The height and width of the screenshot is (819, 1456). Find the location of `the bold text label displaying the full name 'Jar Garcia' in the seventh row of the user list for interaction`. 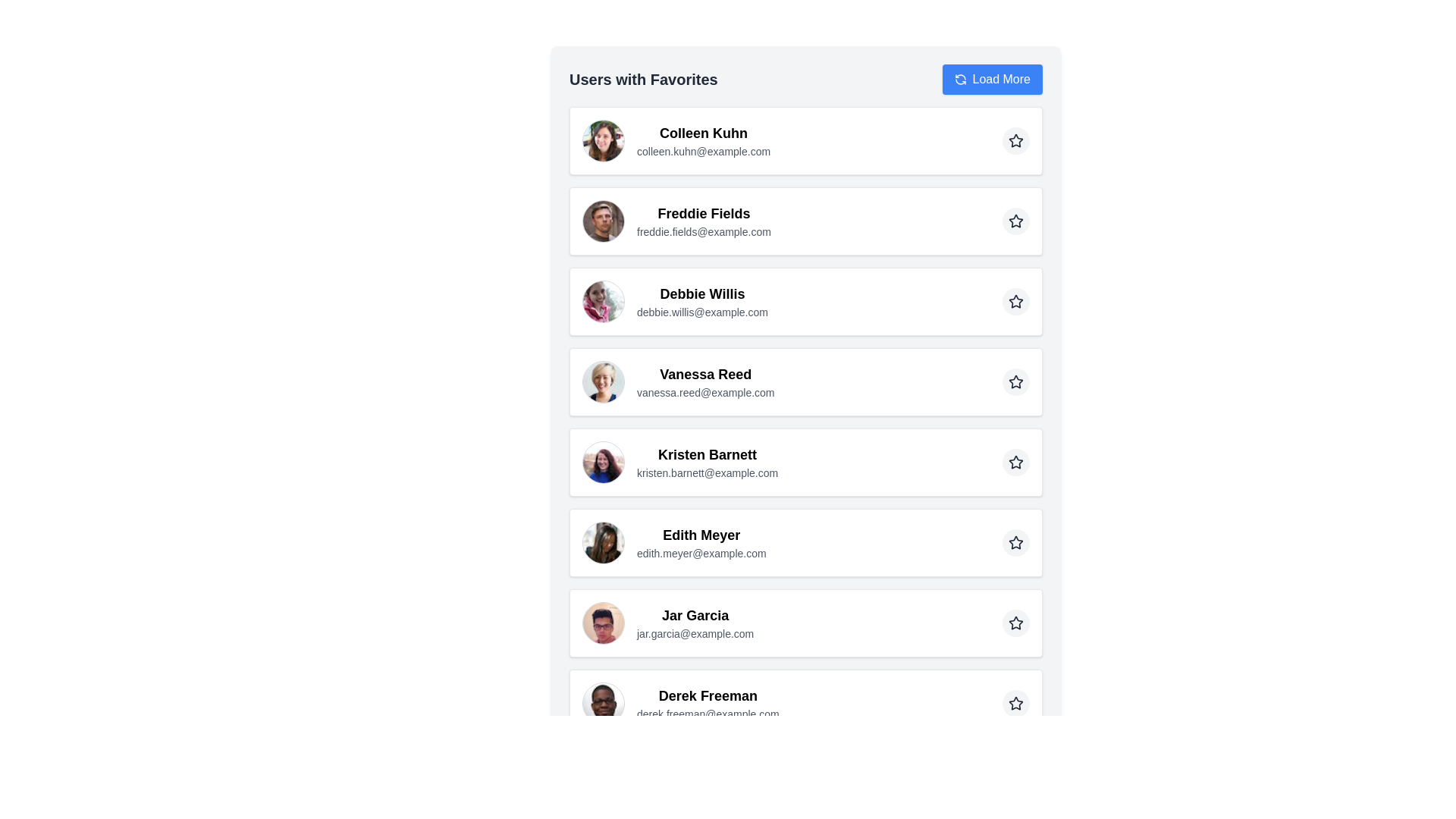

the bold text label displaying the full name 'Jar Garcia' in the seventh row of the user list for interaction is located at coordinates (694, 616).